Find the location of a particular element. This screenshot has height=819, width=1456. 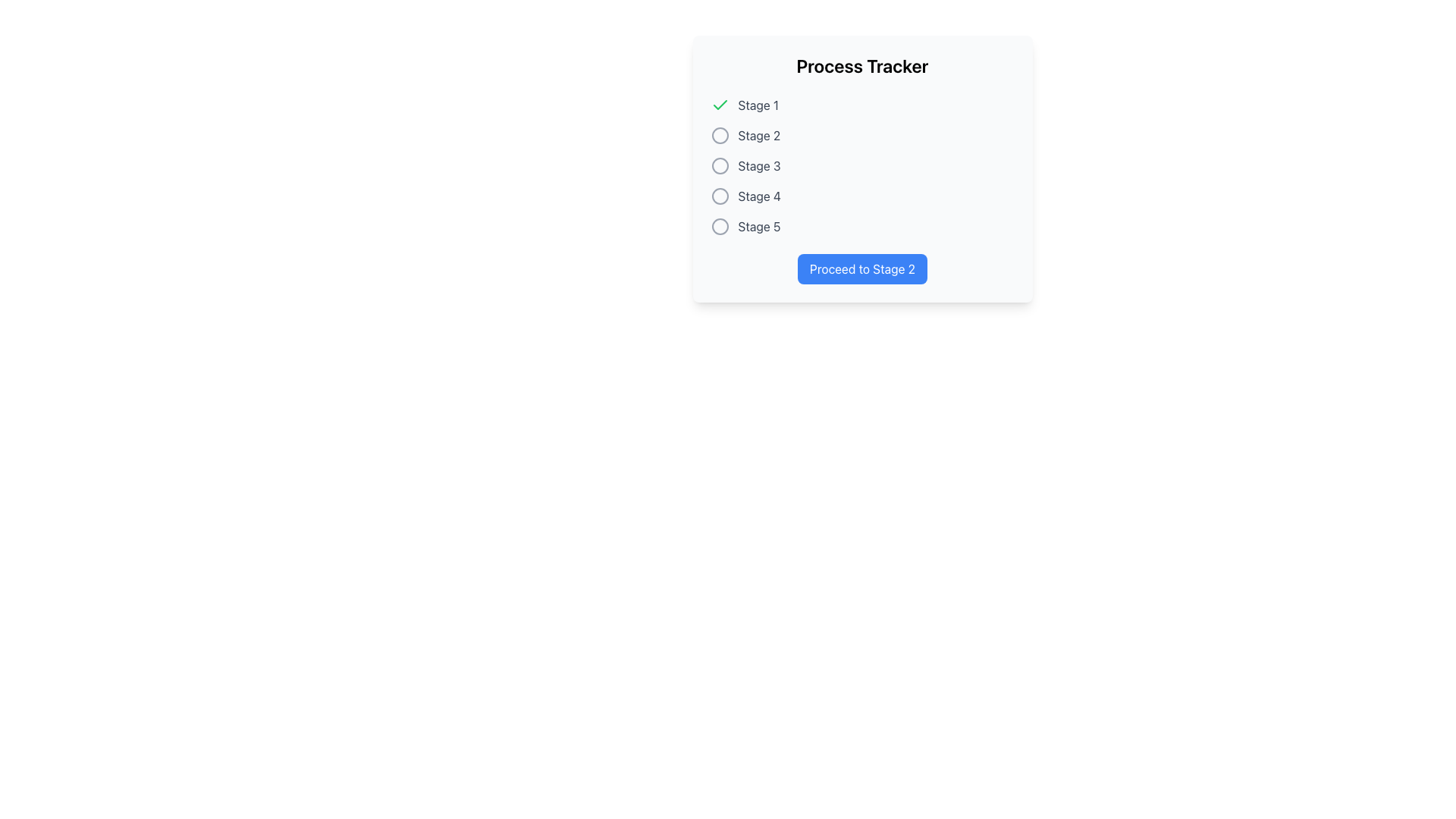

text 'Stage 5' from the label that is part of a step indicator, located as the fifth element in a vertical list, positioned below 'Stage 4' and above the 'Proceed to Stage 2' button is located at coordinates (745, 227).